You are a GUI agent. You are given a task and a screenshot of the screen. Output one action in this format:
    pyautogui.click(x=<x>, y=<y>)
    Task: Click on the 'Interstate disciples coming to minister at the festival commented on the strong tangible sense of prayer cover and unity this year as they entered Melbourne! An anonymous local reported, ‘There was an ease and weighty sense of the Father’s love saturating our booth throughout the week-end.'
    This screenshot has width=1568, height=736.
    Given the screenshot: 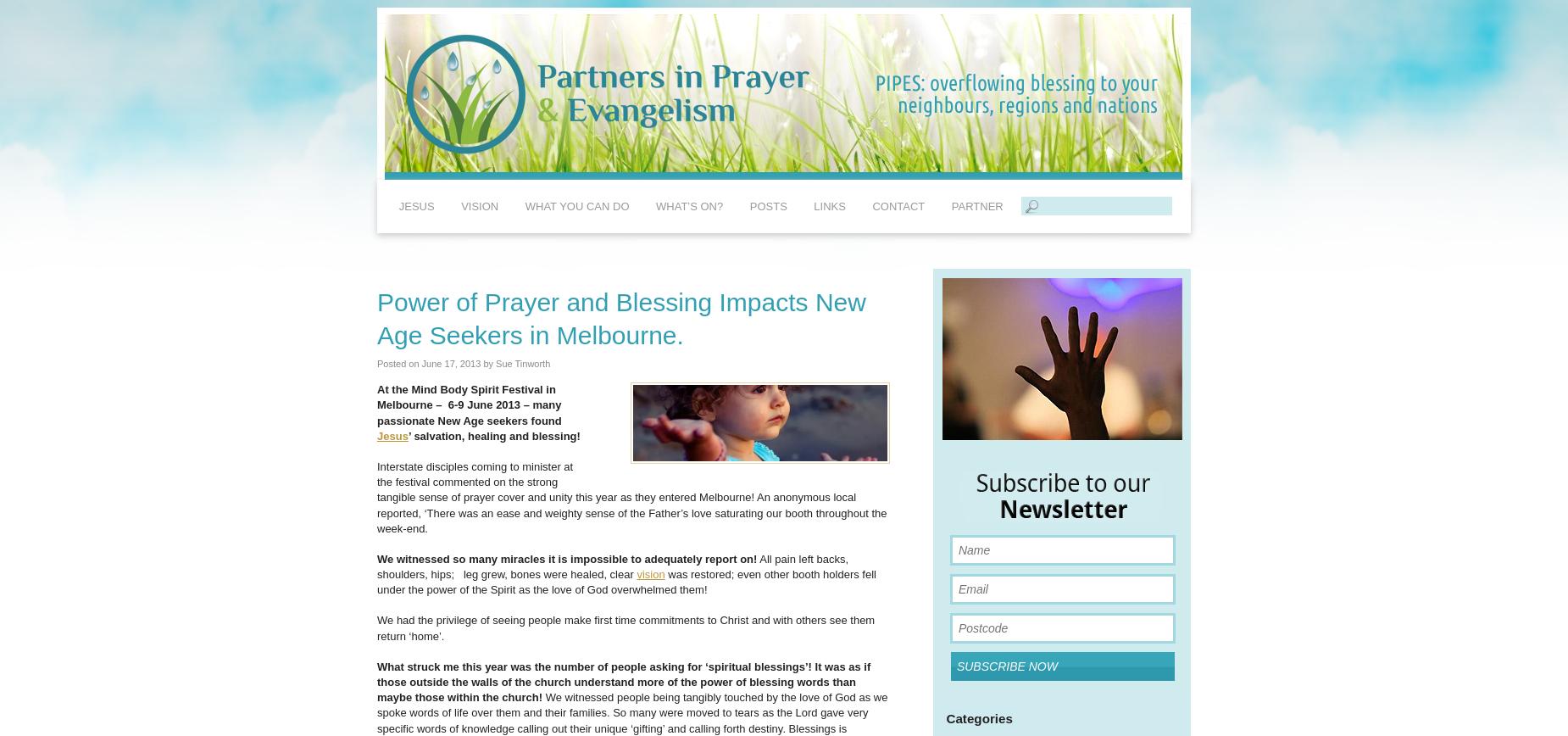 What is the action you would take?
    pyautogui.click(x=375, y=496)
    